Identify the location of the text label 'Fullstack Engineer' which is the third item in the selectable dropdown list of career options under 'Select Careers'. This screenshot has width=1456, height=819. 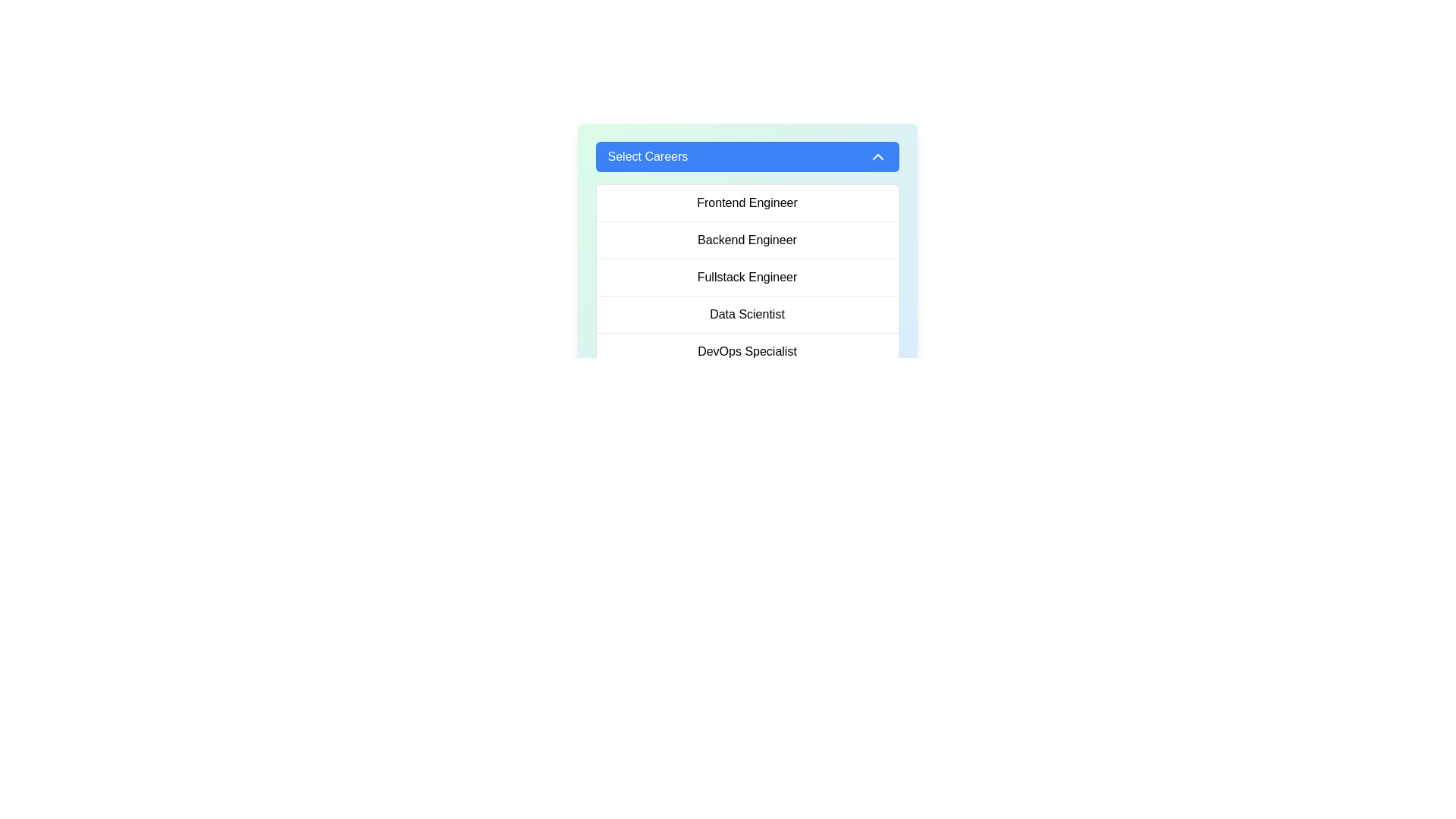
(747, 277).